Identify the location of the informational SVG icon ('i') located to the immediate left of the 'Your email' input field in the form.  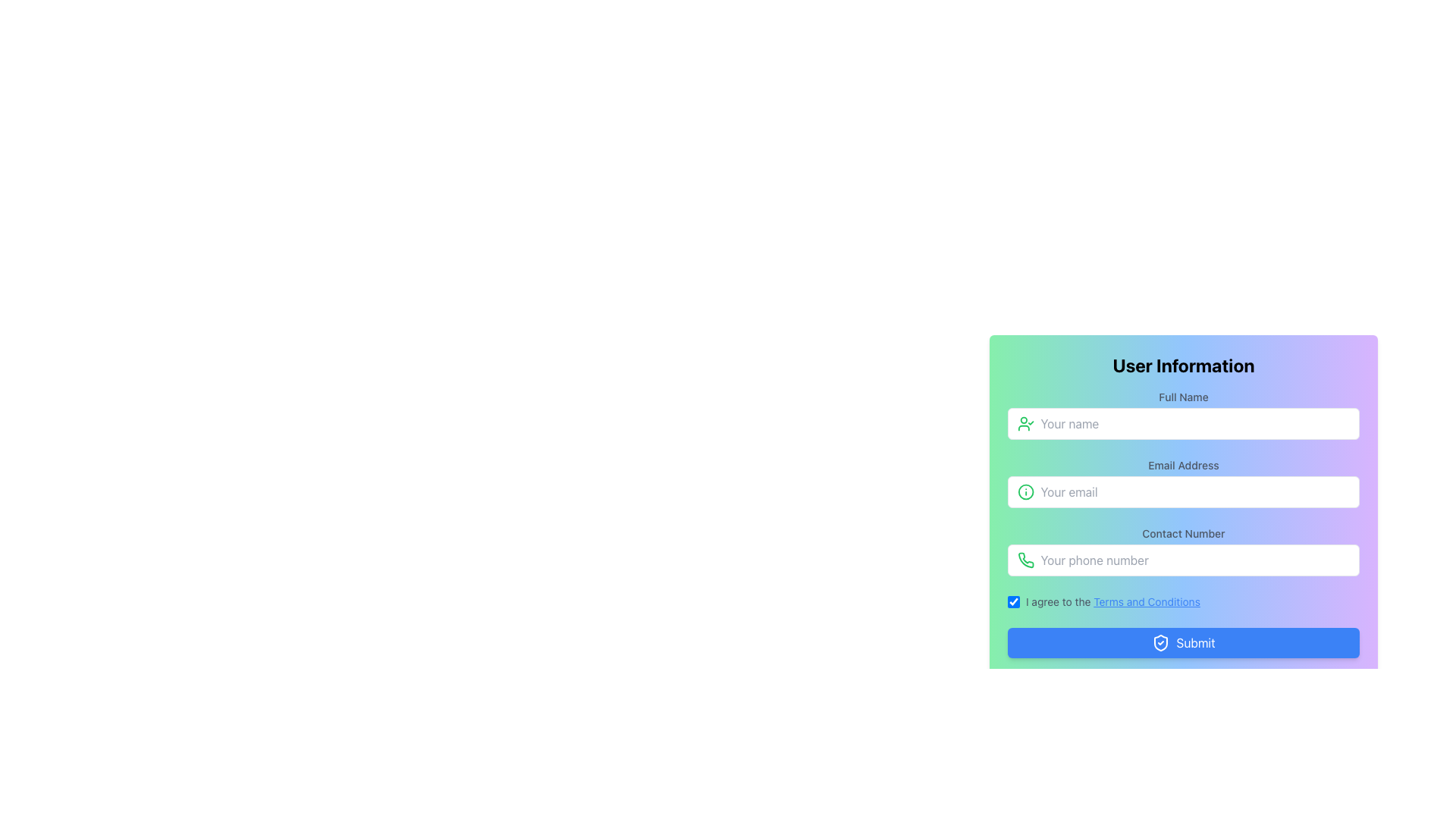
(1026, 491).